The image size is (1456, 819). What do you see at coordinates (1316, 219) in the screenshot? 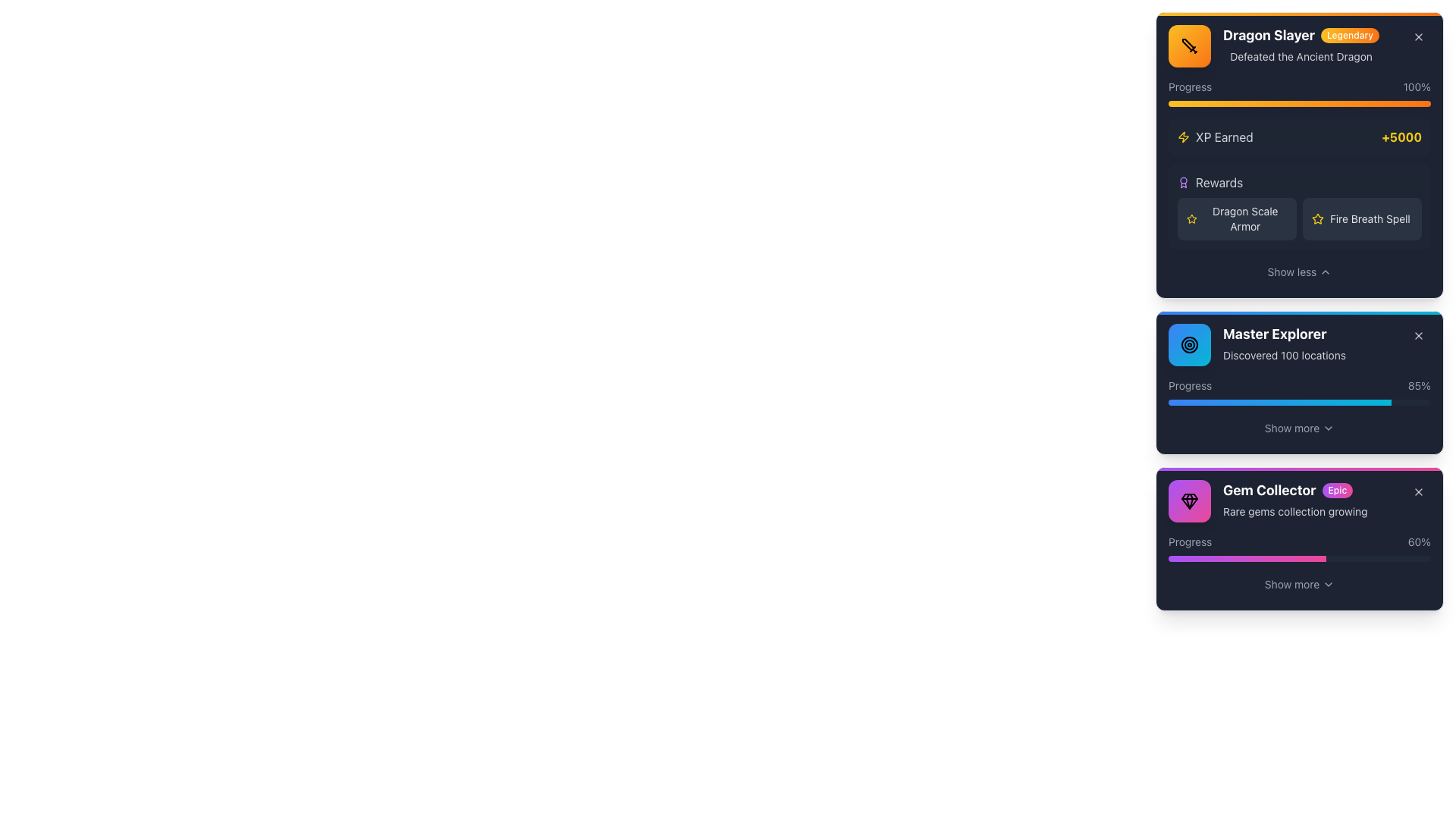
I see `the star-shaped metallic yellow icon in the 'Rewards' section of the 'Dragon Slayer' achievement card, located next to the text 'Dragon Scale Armor'` at bounding box center [1316, 219].